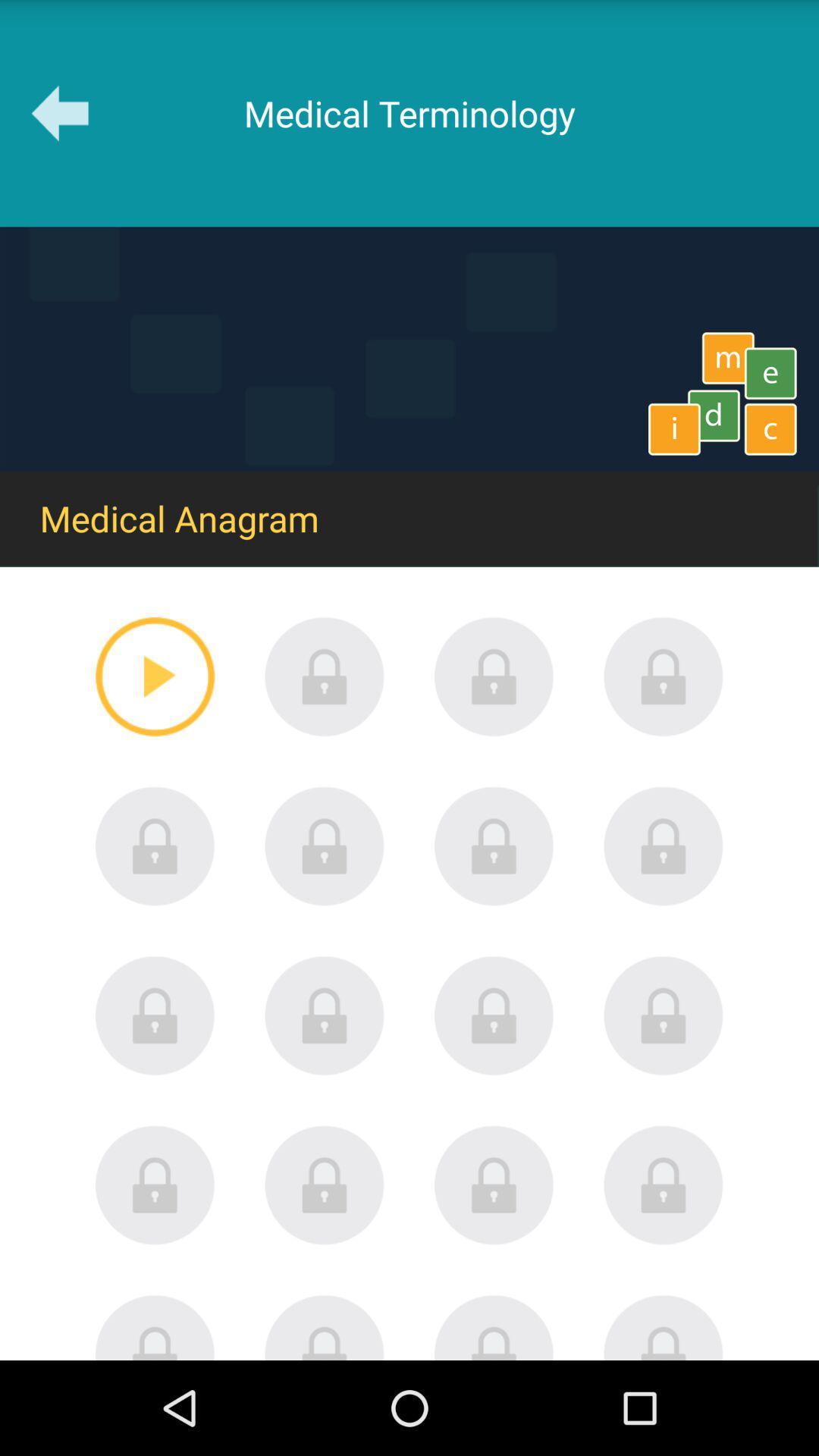  Describe the element at coordinates (494, 1326) in the screenshot. I see `lock option` at that location.